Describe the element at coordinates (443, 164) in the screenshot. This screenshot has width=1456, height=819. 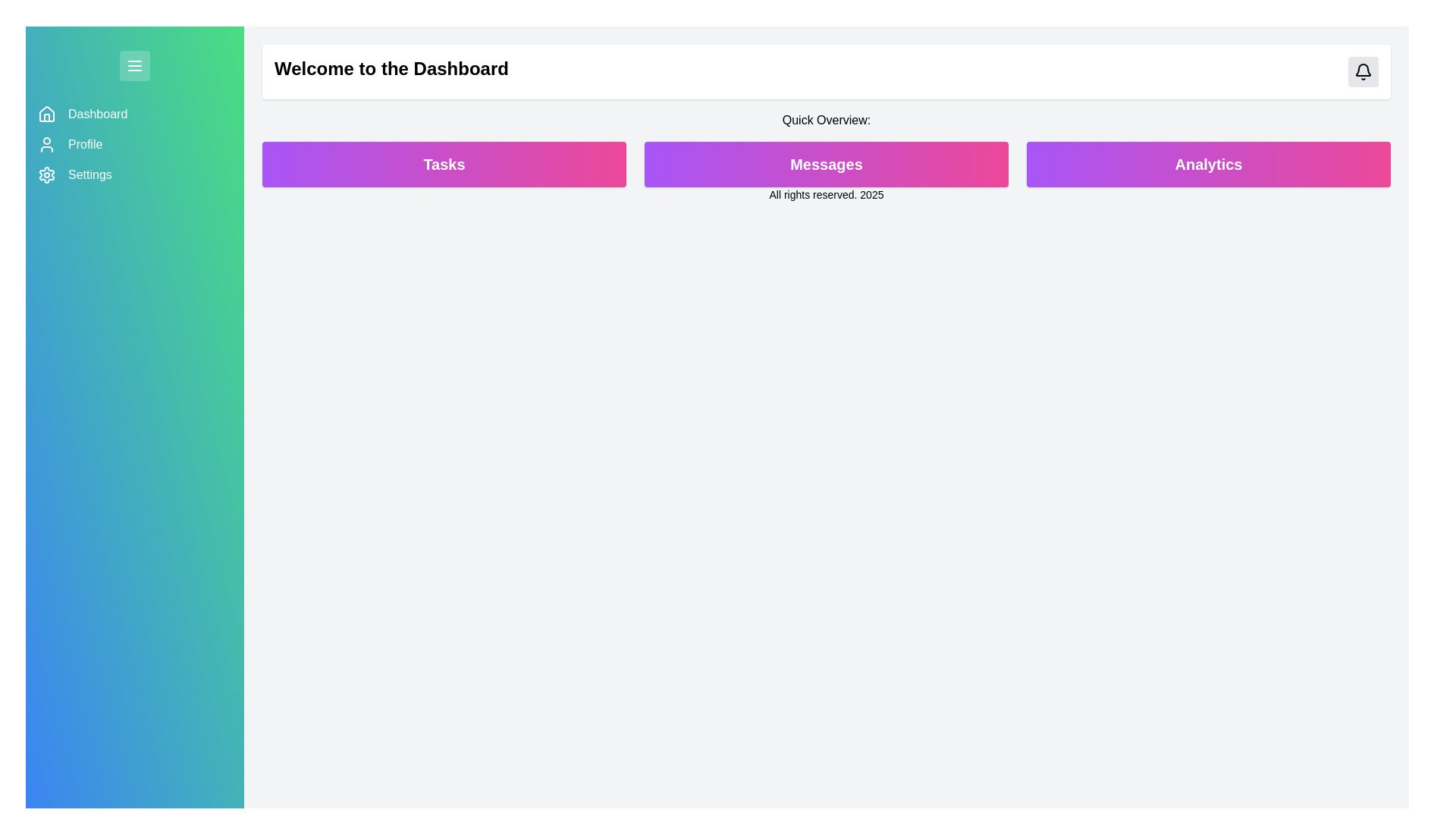
I see `the first button styled with a gradient from purple to pink, labeled 'Tasks', which is located beneath the 'Quick Overview' heading` at that location.